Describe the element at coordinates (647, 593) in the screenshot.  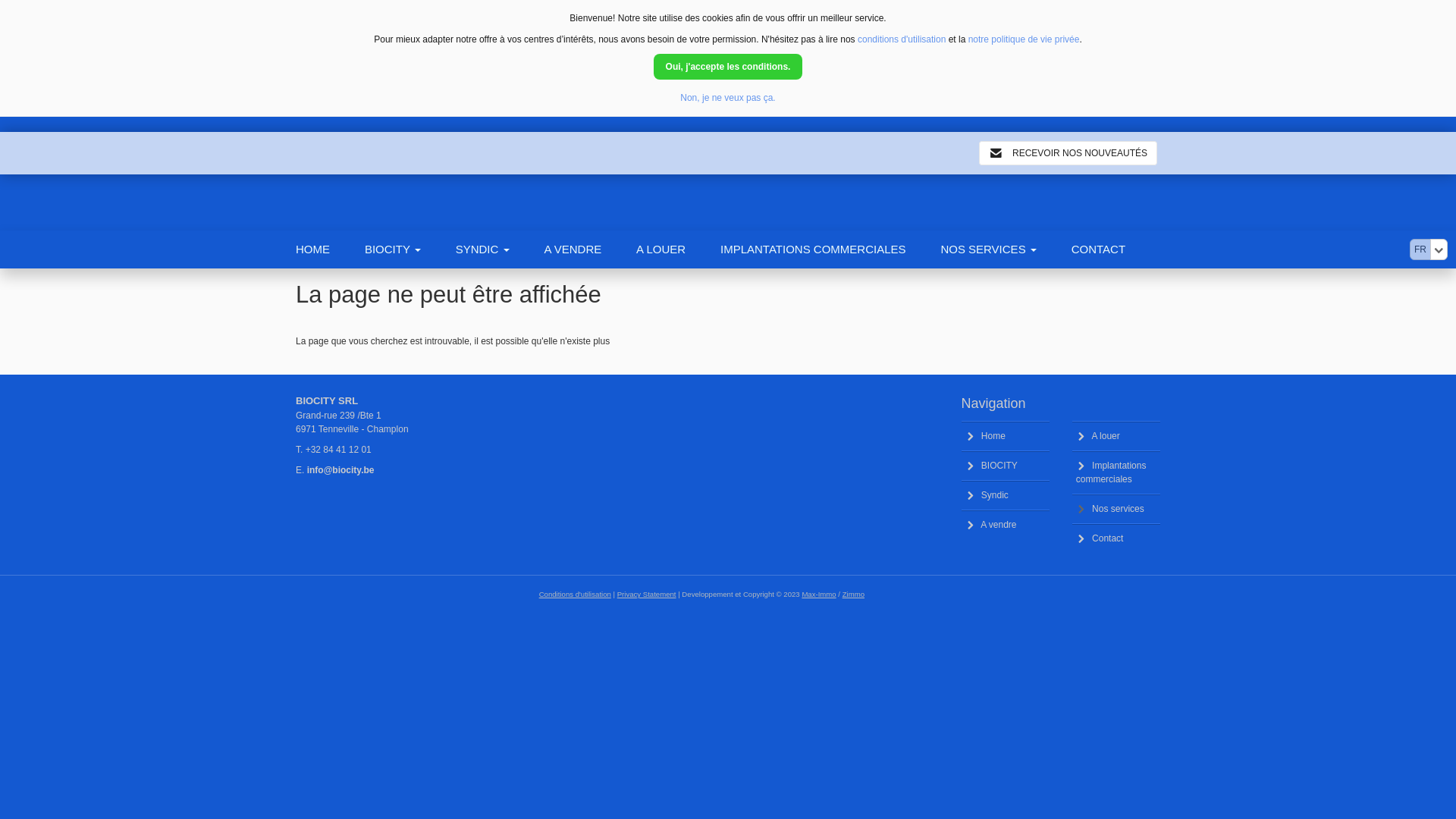
I see `'Privacy Statement'` at that location.